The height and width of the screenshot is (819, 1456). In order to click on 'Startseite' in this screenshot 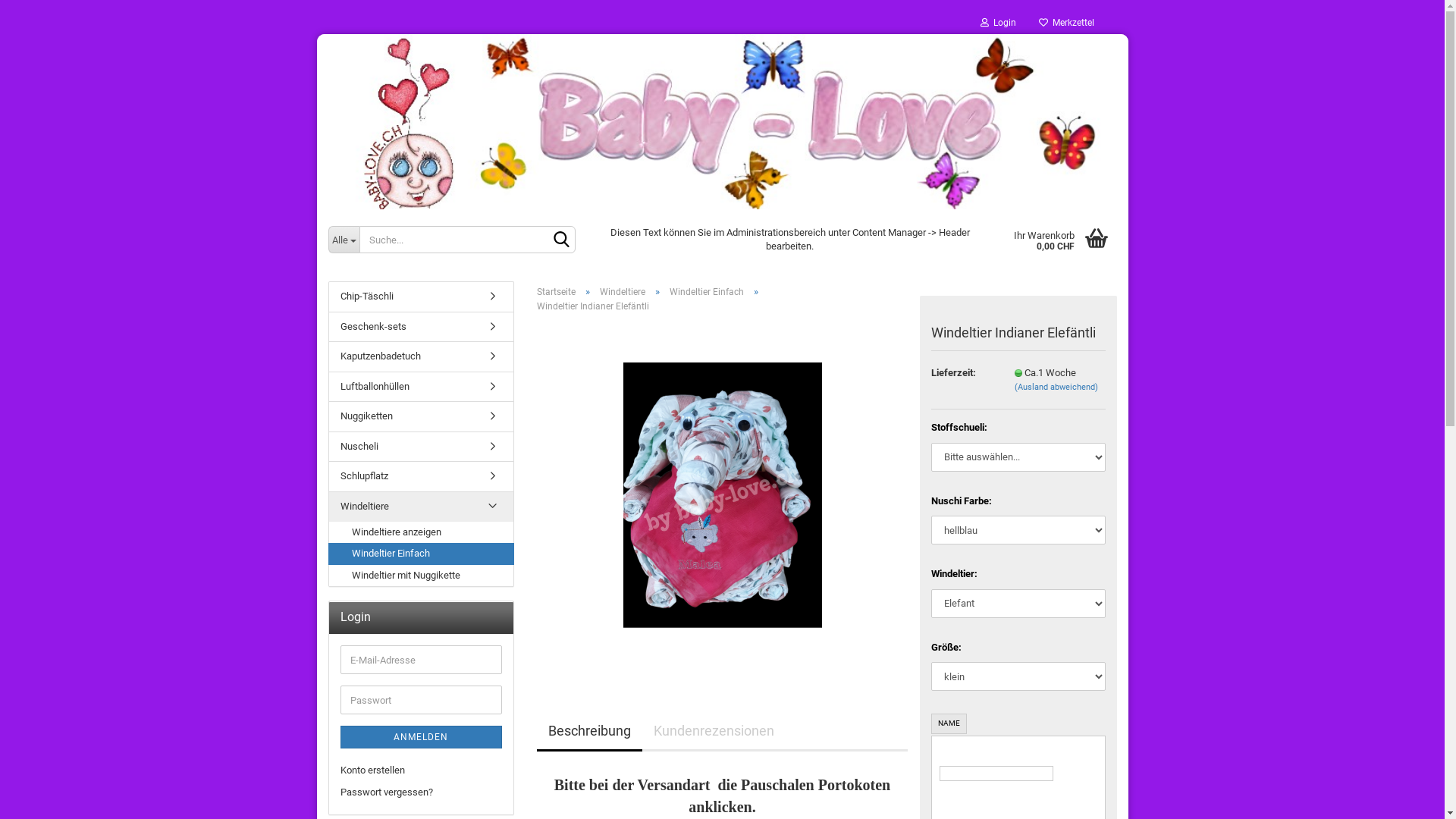, I will do `click(555, 292)`.